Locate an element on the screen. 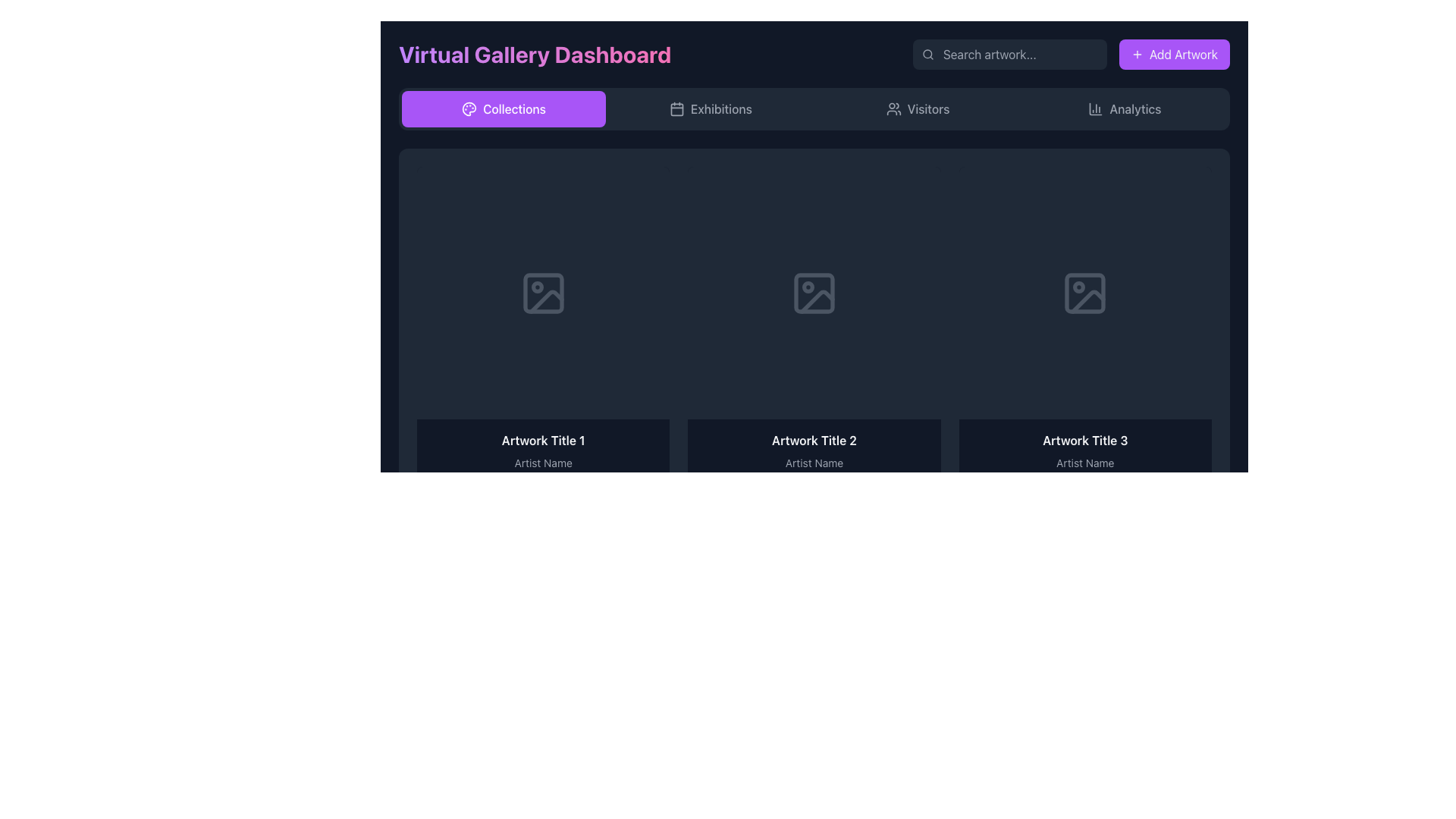 The image size is (1456, 819). the Interactive card component representing an artwork item in the virtual gallery dashboard, located in the top row, second position from the left is located at coordinates (814, 334).